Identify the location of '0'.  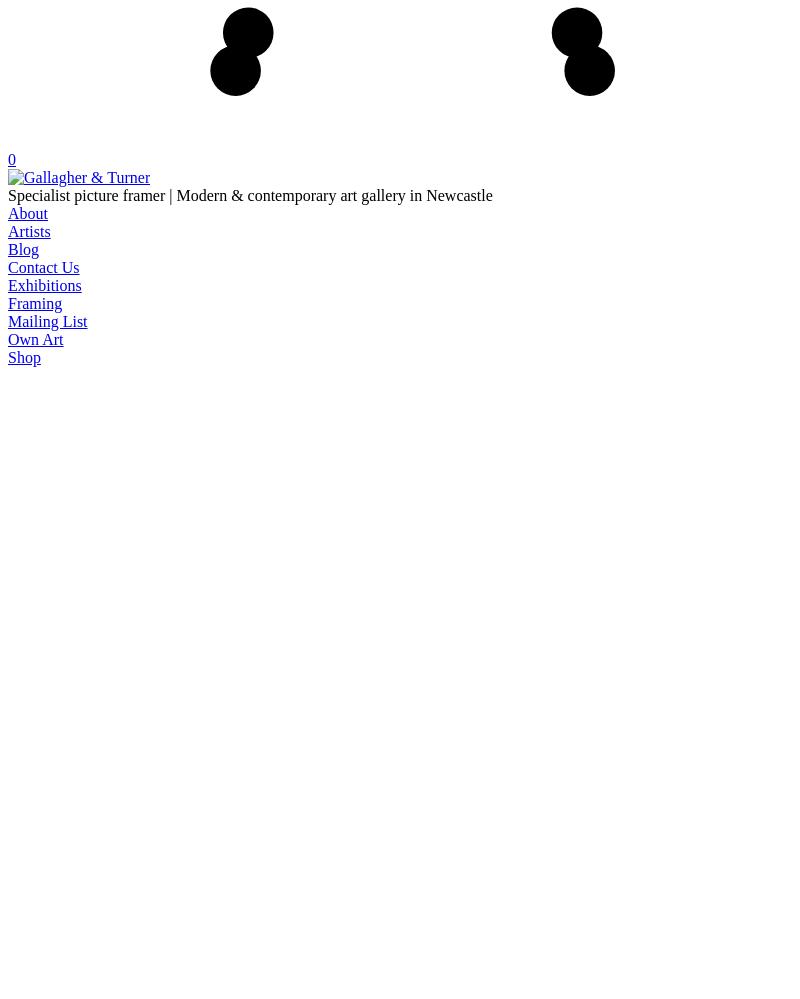
(12, 158).